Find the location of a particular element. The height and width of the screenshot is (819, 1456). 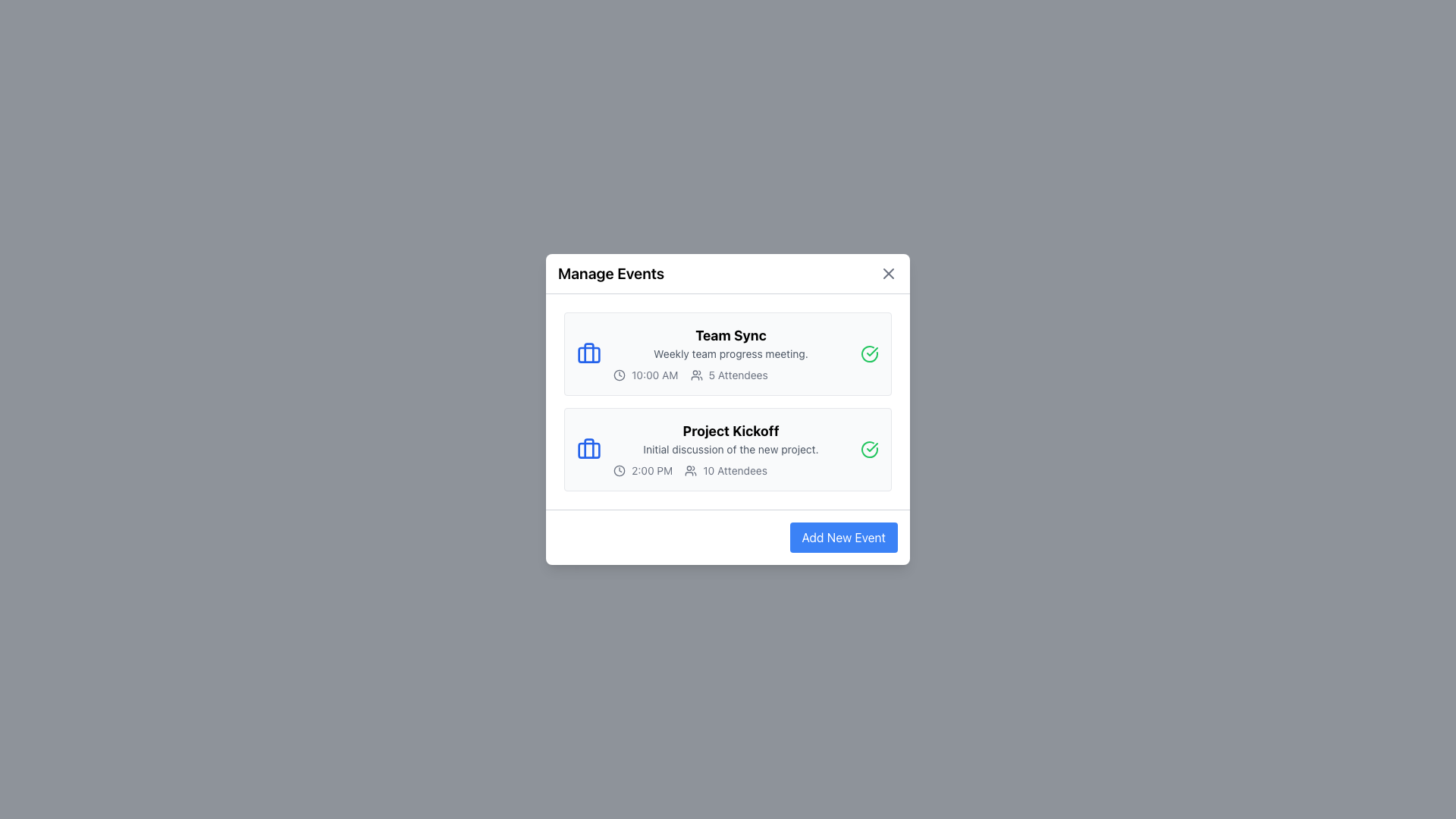

the 'X' close icon located at the top-right corner of the 'Manage Events' modal dialog is located at coordinates (888, 274).